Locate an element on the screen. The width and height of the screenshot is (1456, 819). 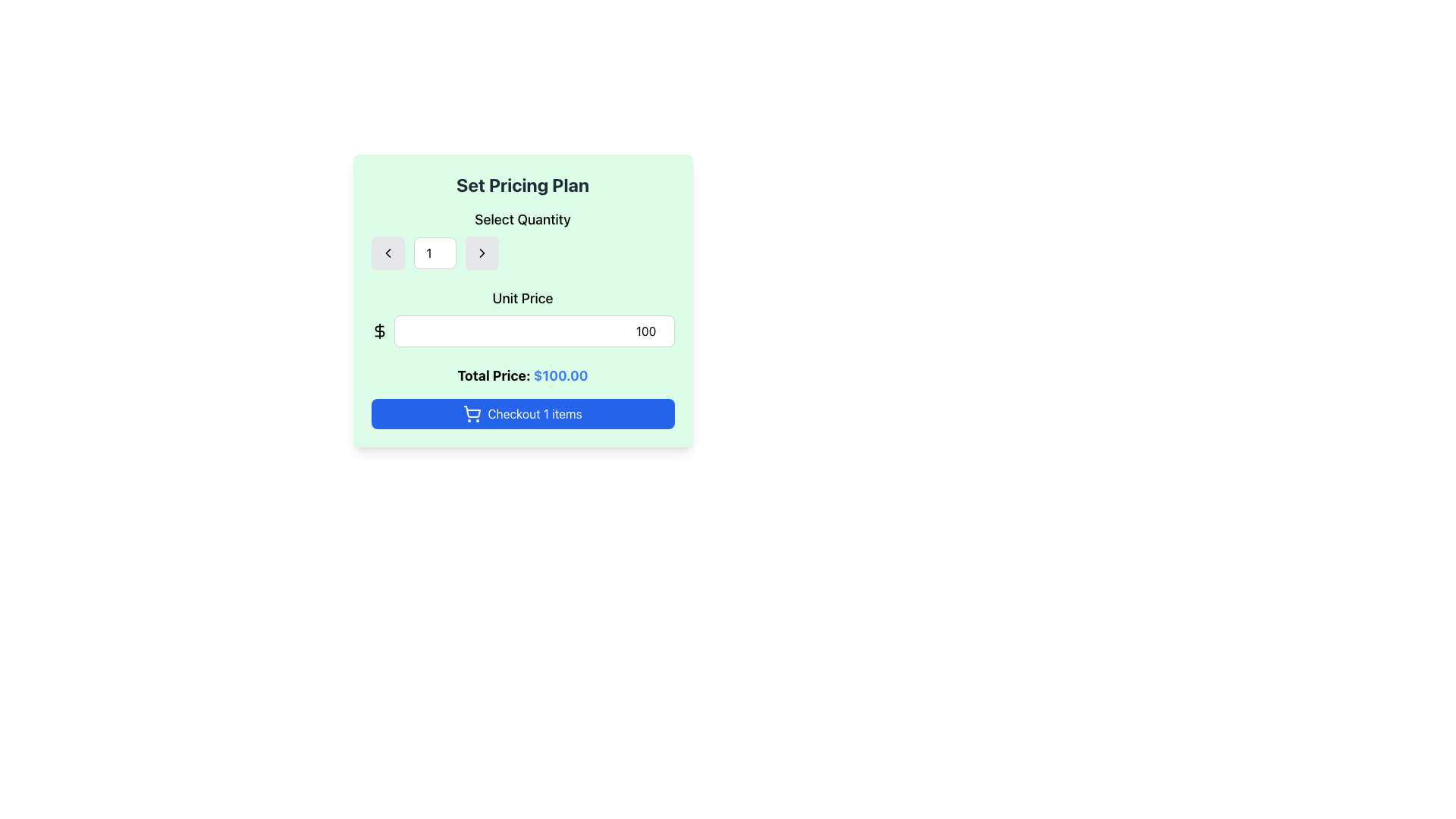
the navigation button located at the top-center of the card-like section, which is used to increase a quantity or move forward in a sequence is located at coordinates (481, 253).